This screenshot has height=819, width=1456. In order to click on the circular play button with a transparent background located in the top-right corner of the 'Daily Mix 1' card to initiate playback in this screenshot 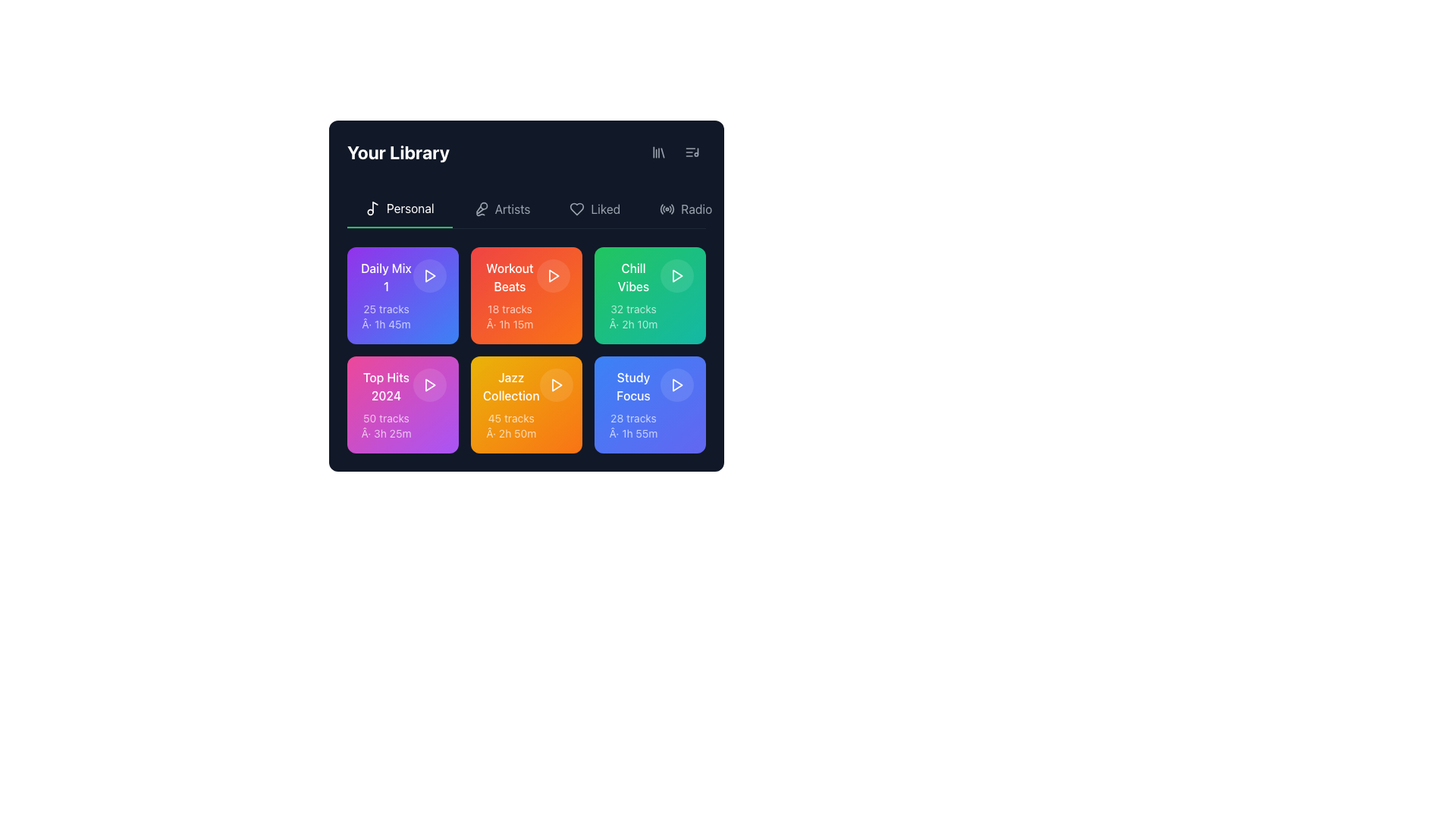, I will do `click(428, 275)`.